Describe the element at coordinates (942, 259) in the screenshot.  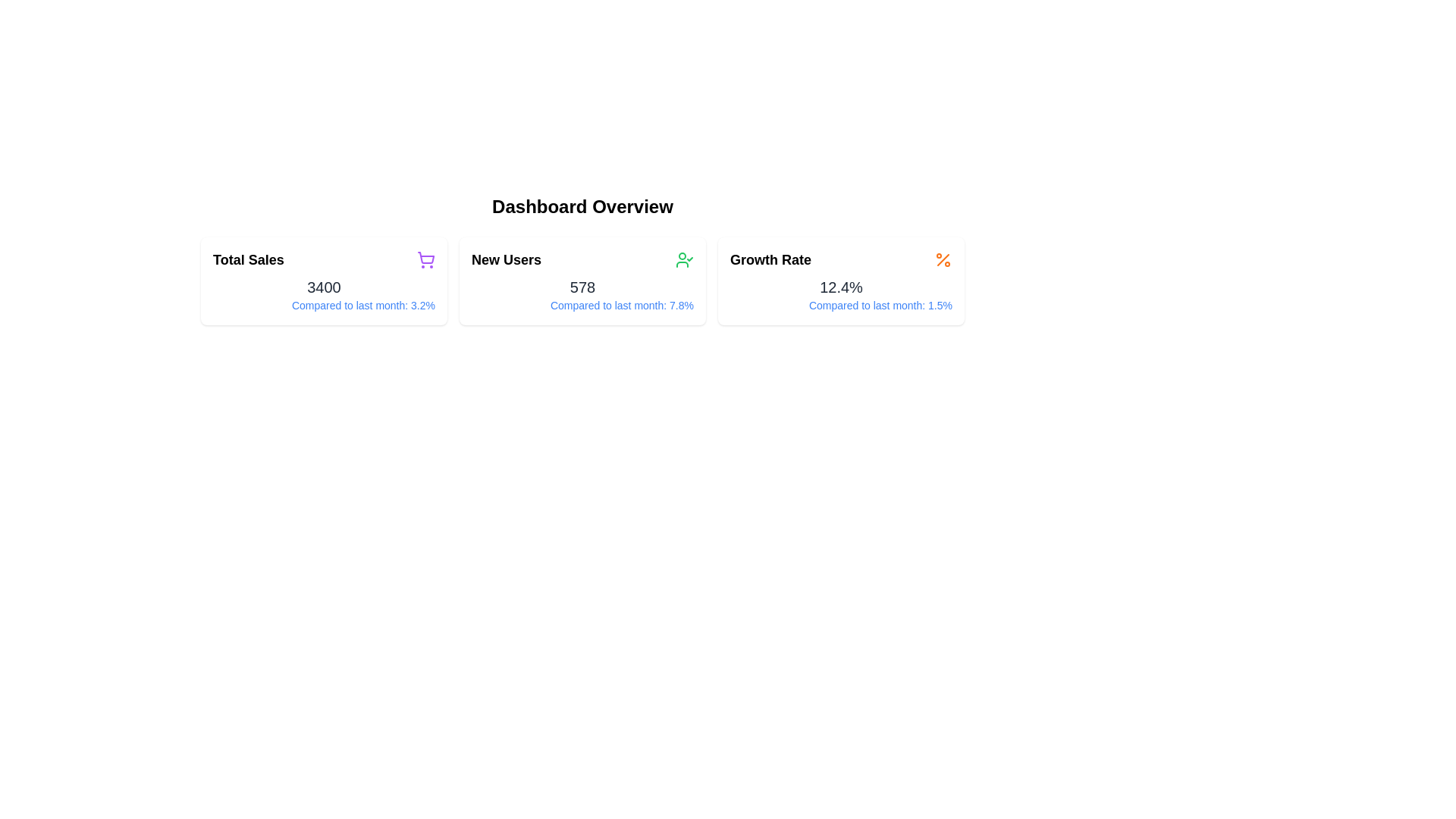
I see `the orange percentage symbol (%) icon located in the 'Growth Rate' section of the dashboard, which is positioned to the right of the 'Growth Rate' text and appears in the third card` at that location.